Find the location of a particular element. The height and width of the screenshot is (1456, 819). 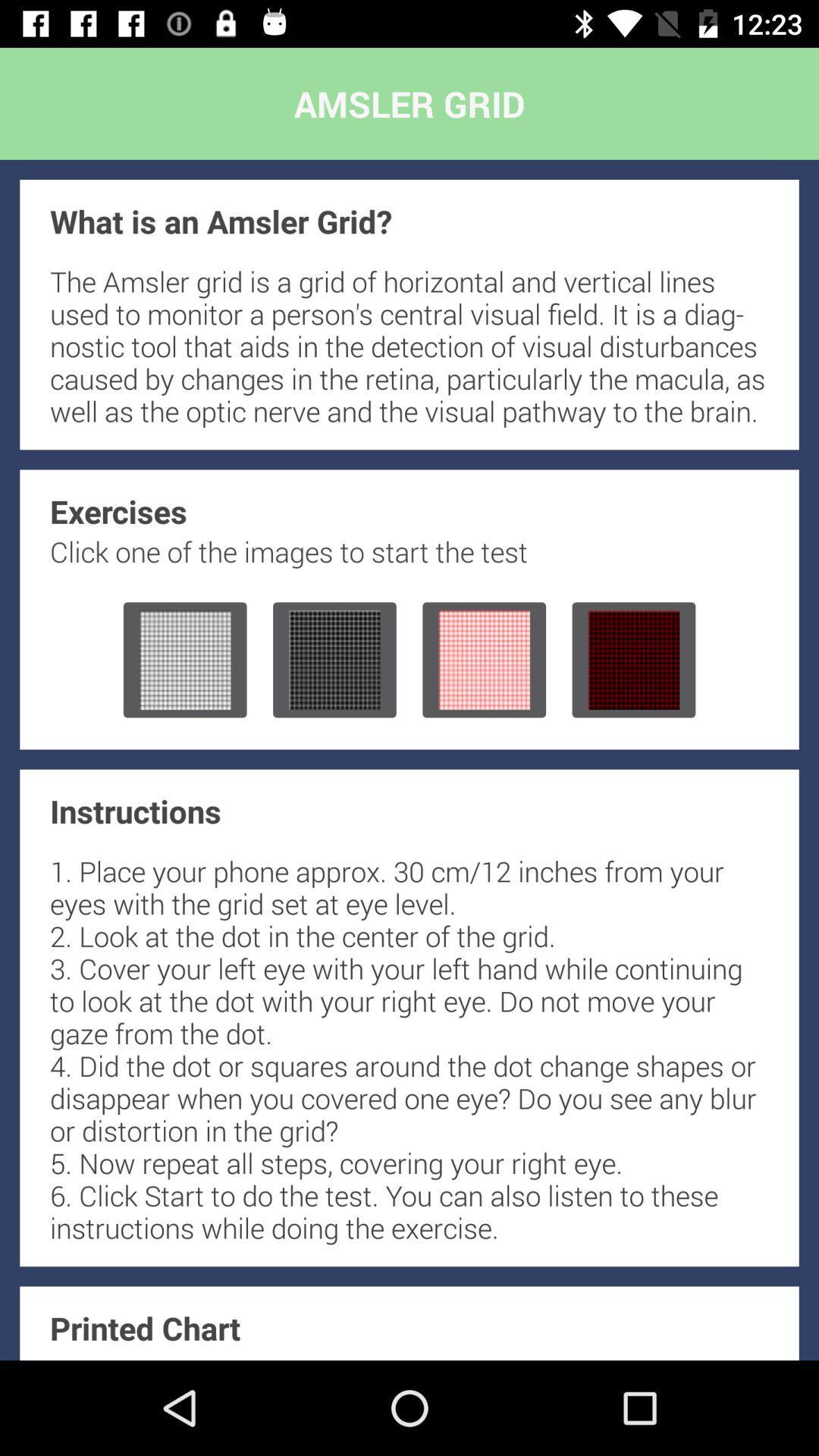

open the fourth exercise is located at coordinates (633, 660).